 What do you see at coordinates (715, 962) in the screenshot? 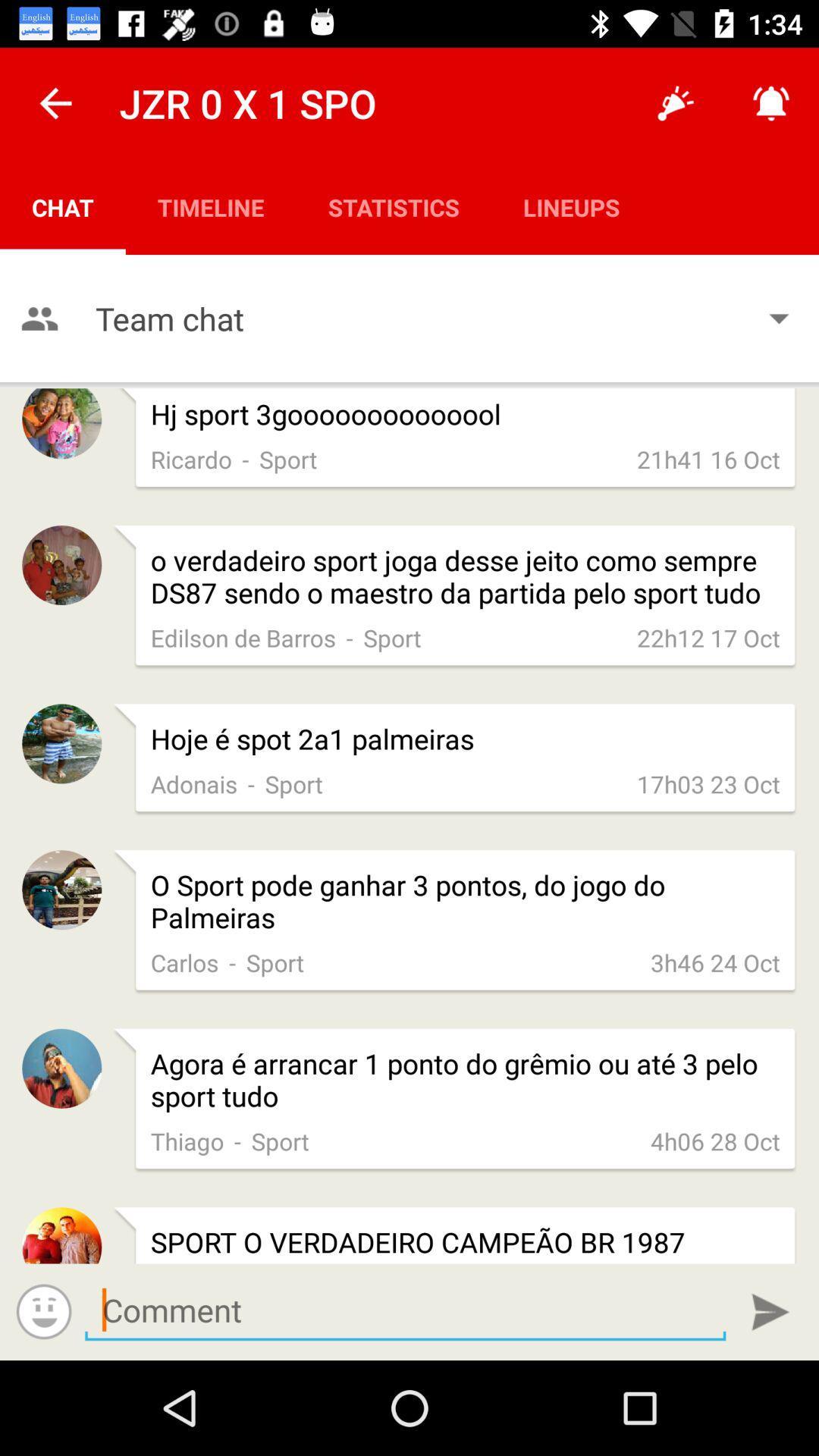
I see `the app to the right of sport item` at bounding box center [715, 962].